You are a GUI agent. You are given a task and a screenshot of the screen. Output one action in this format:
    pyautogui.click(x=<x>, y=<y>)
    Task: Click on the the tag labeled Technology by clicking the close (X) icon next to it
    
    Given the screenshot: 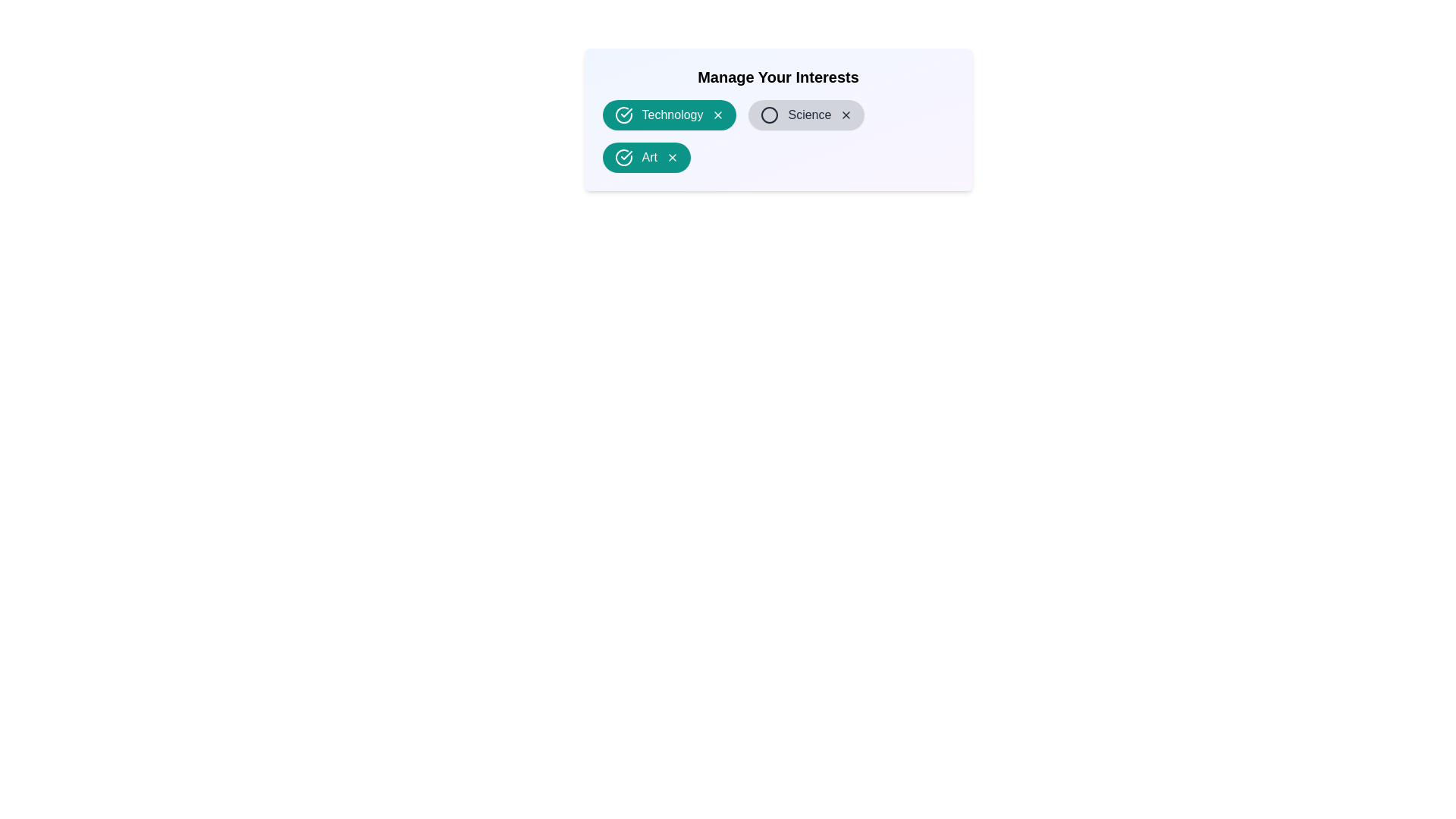 What is the action you would take?
    pyautogui.click(x=717, y=114)
    